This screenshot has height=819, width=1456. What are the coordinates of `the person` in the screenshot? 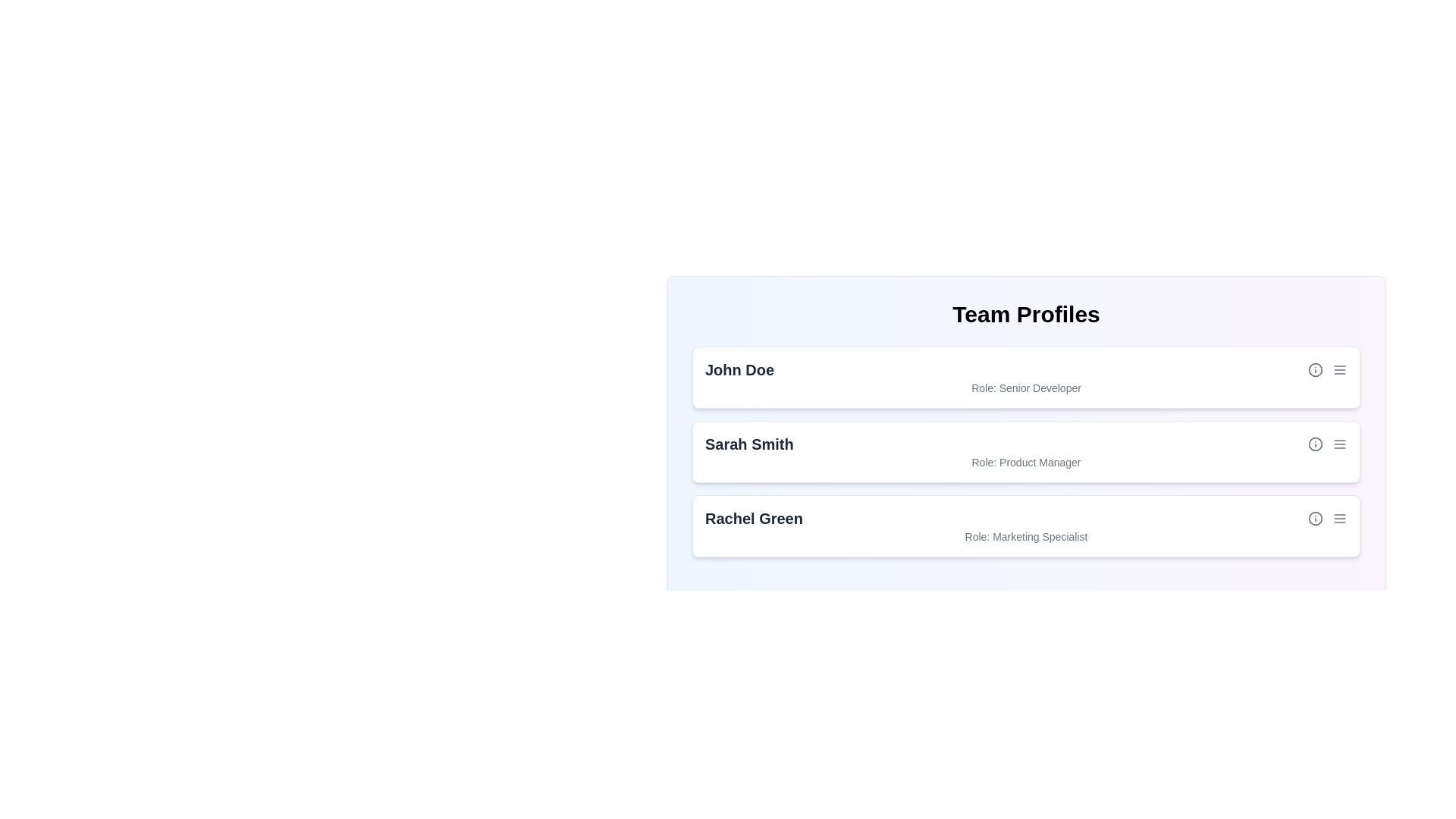 It's located at (754, 517).